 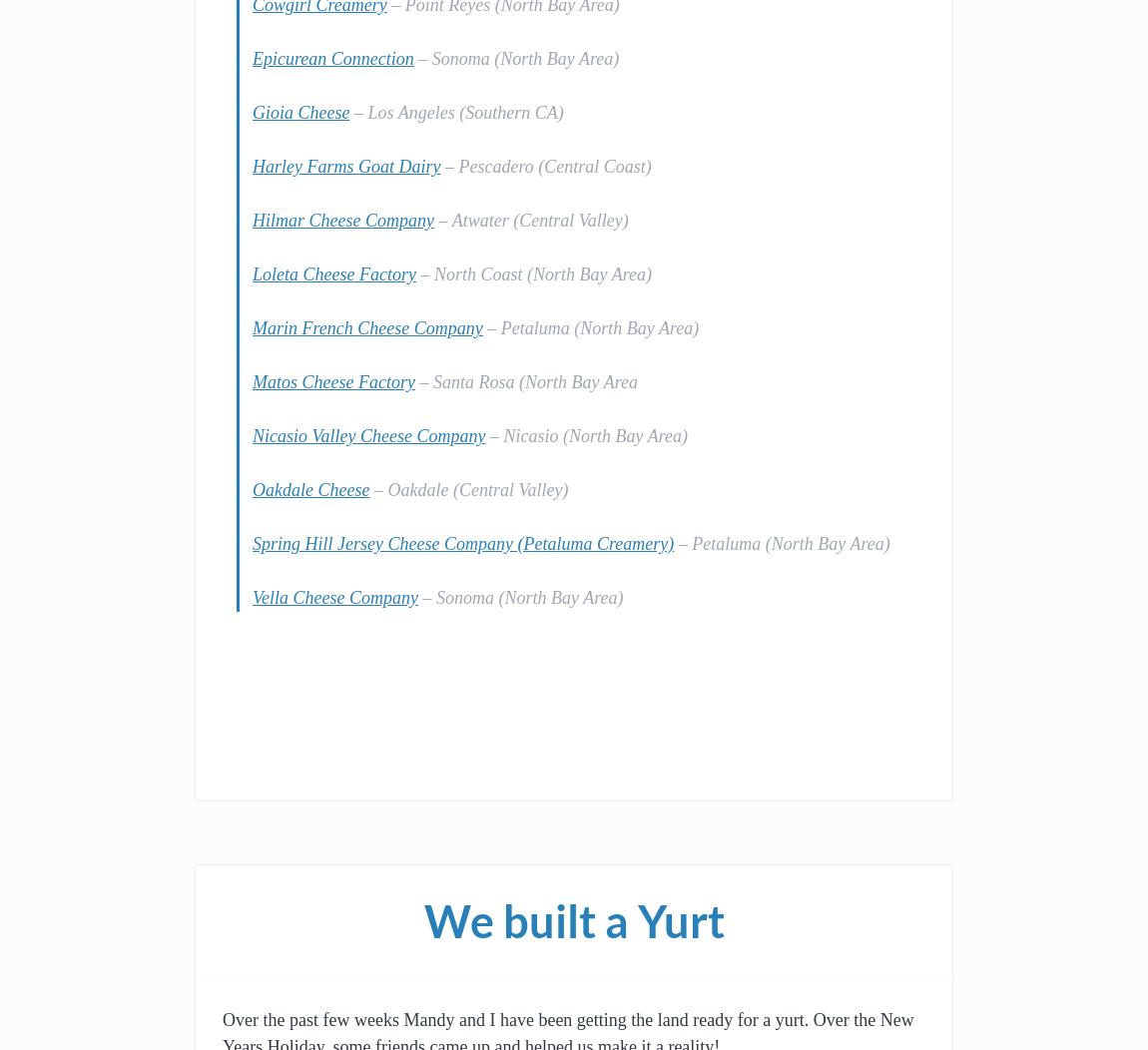 I want to click on '– North Coast (North Bay Area)', so click(x=414, y=273).